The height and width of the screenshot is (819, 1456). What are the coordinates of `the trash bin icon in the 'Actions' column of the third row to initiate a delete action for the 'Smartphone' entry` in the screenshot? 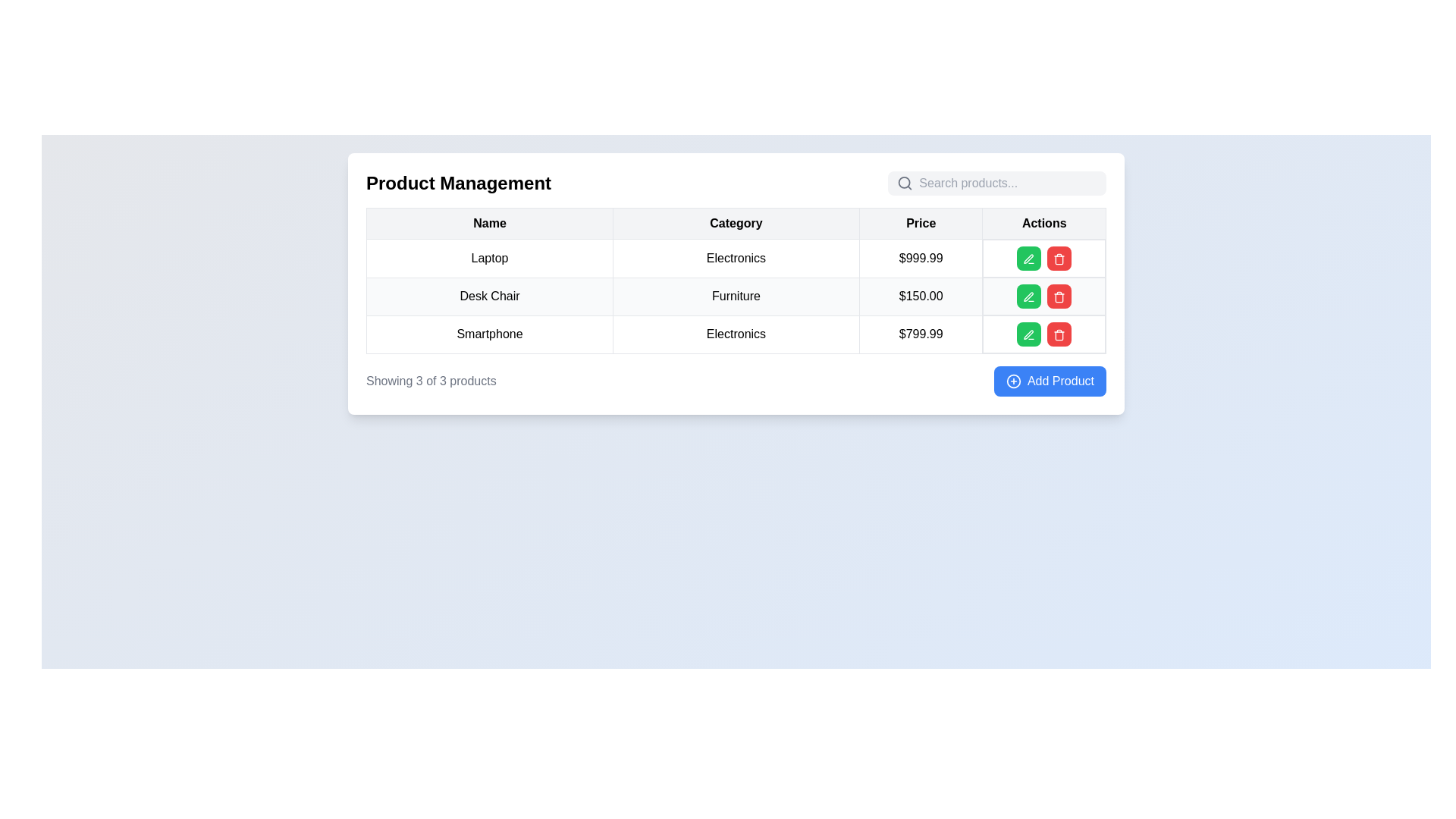 It's located at (1059, 259).